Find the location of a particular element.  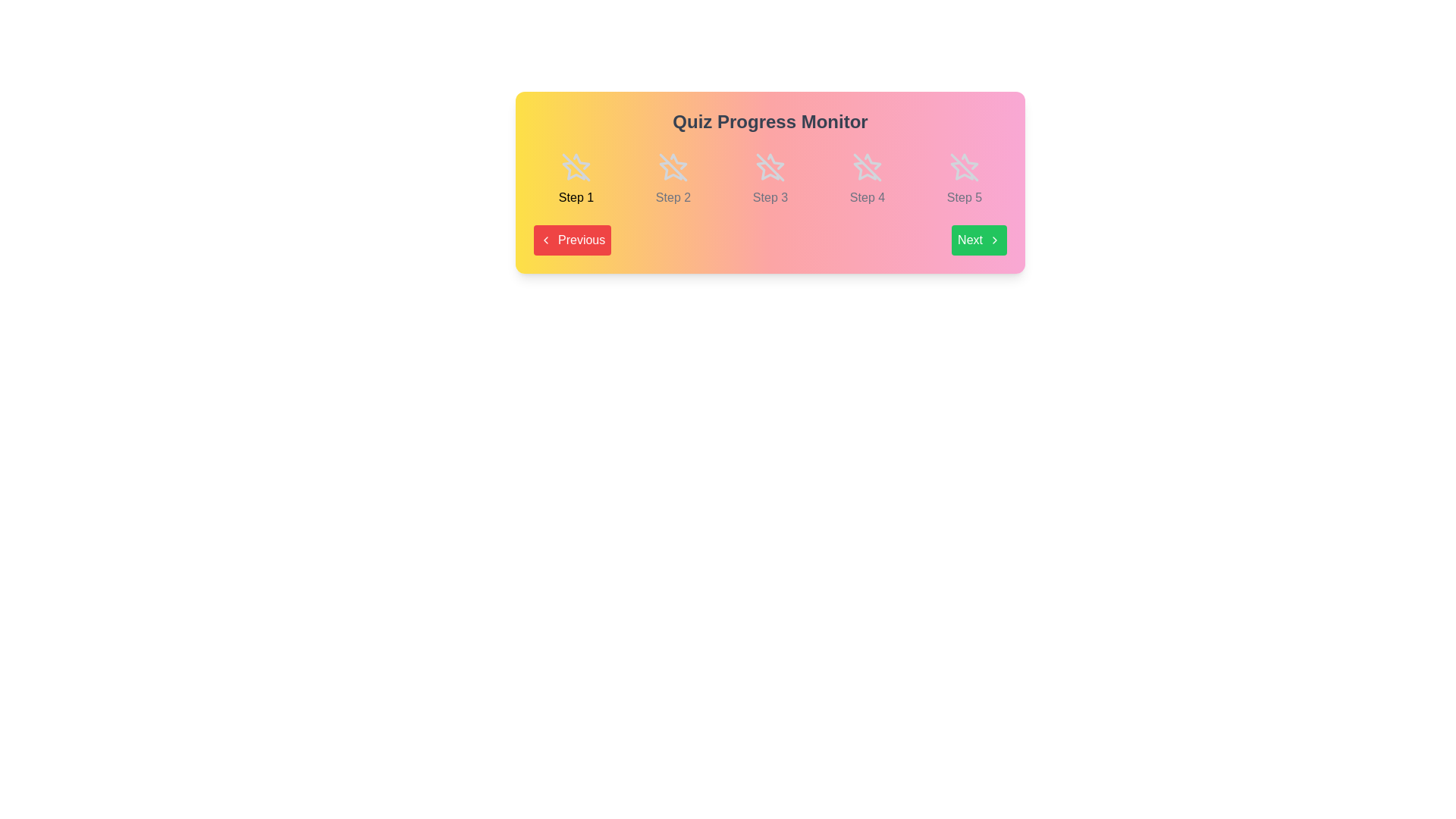

the fifth star icon in the progress tracker, which indicates the inactive status of step 5 in the quiz interface is located at coordinates (964, 167).